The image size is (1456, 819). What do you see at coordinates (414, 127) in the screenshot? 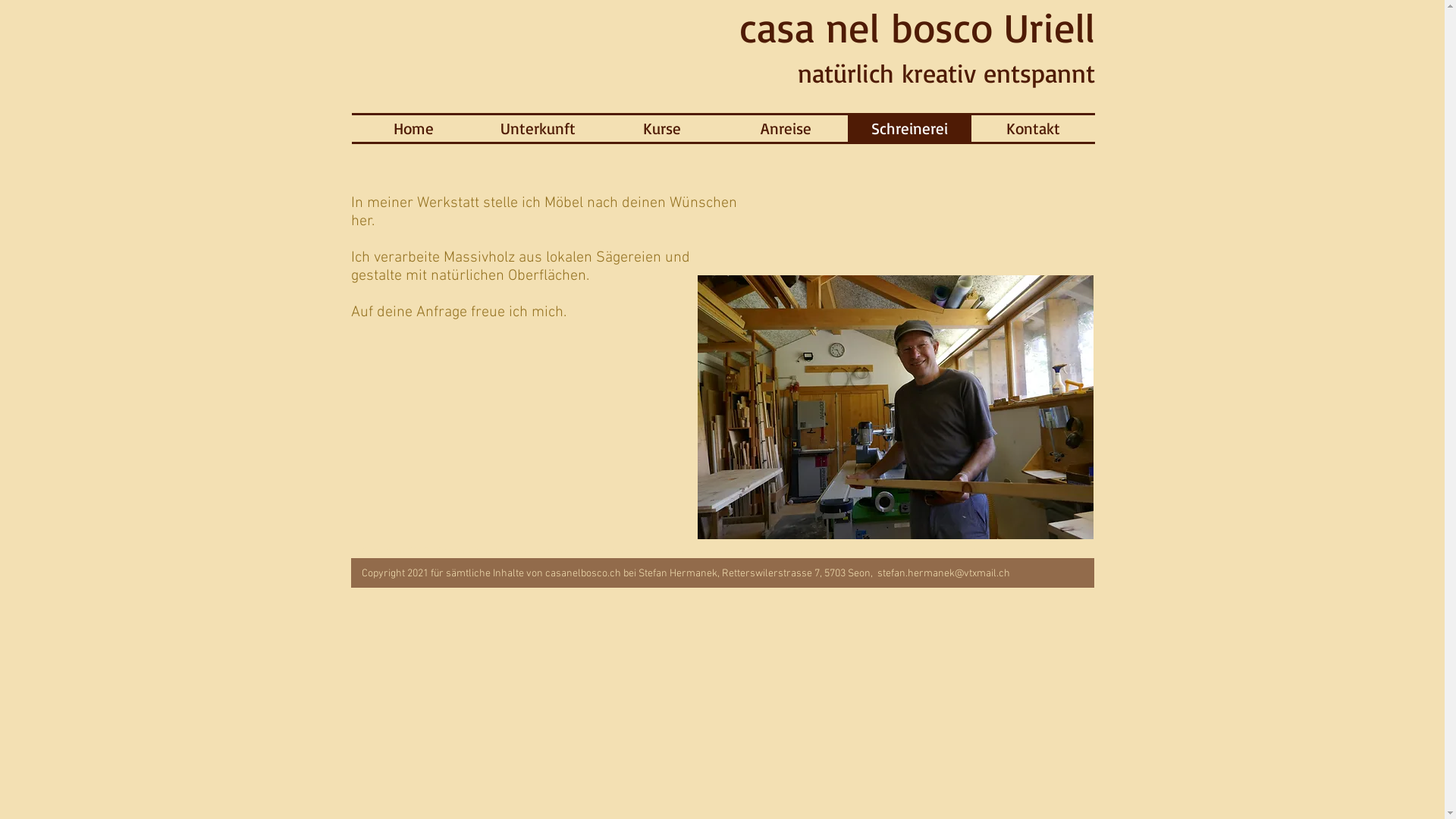
I see `'Home'` at bounding box center [414, 127].